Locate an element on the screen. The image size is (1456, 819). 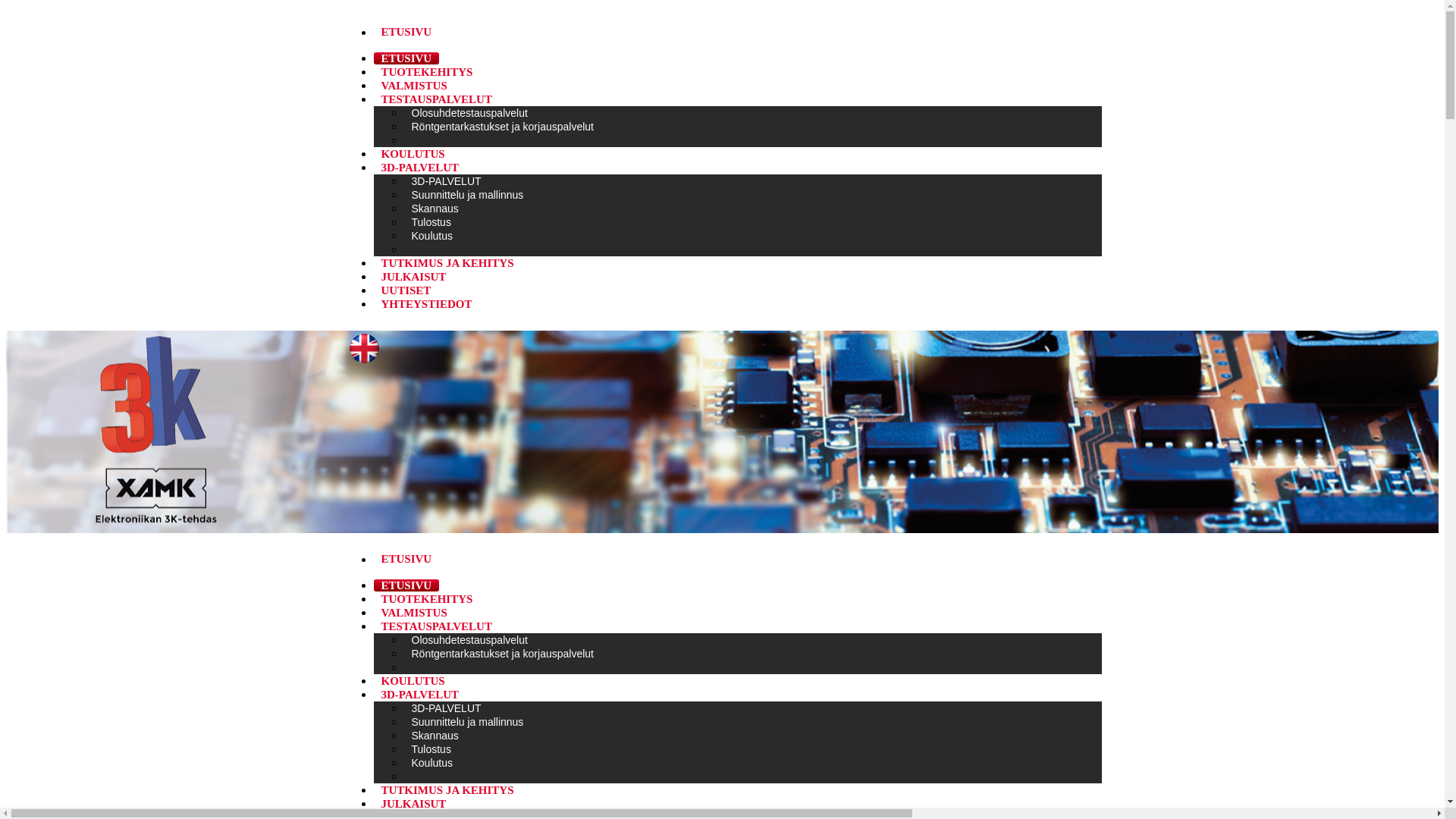
'ETUSIVU ' is located at coordinates (407, 558).